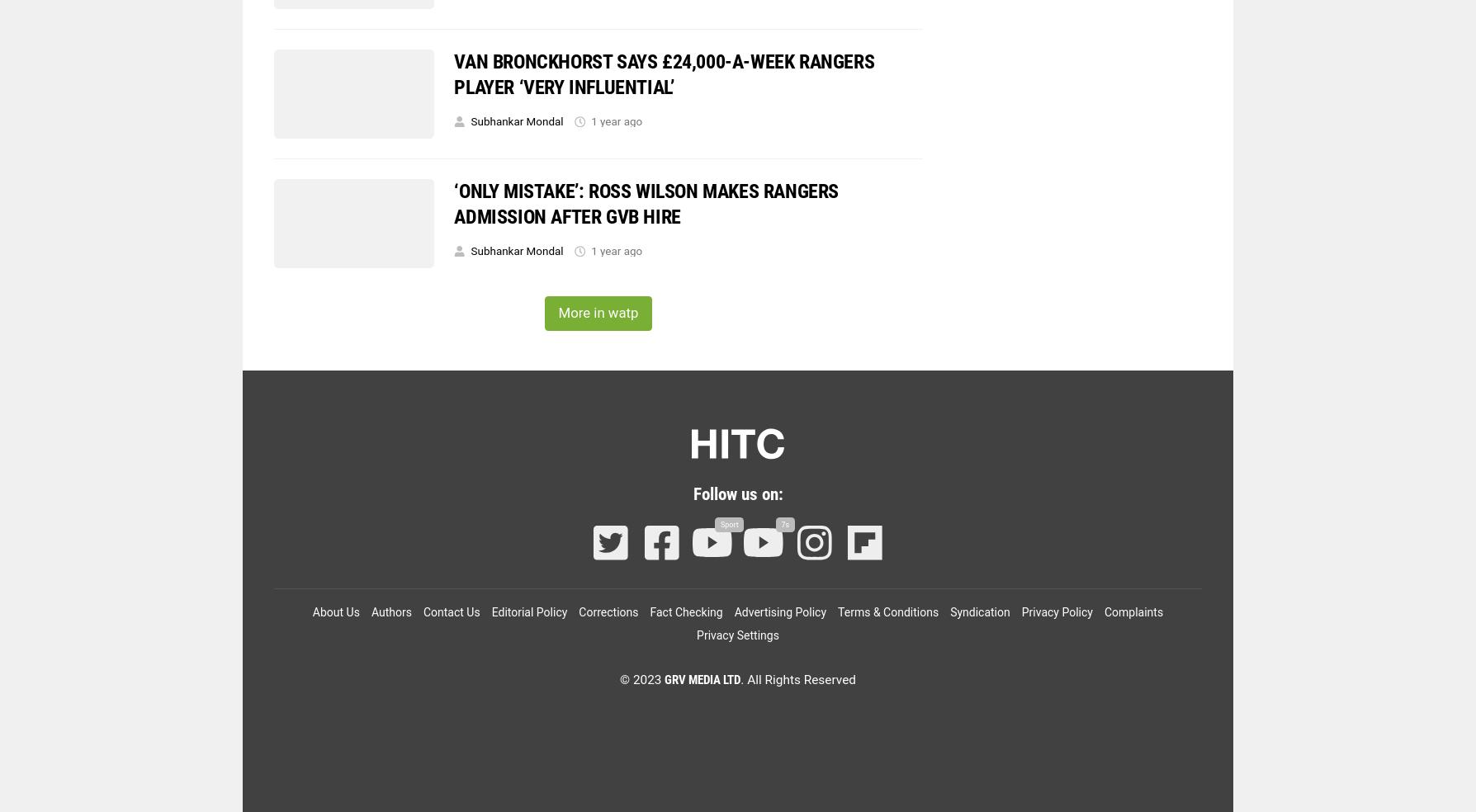 The image size is (1476, 812). Describe the element at coordinates (702, 679) in the screenshot. I see `'GRV Media Ltd'` at that location.